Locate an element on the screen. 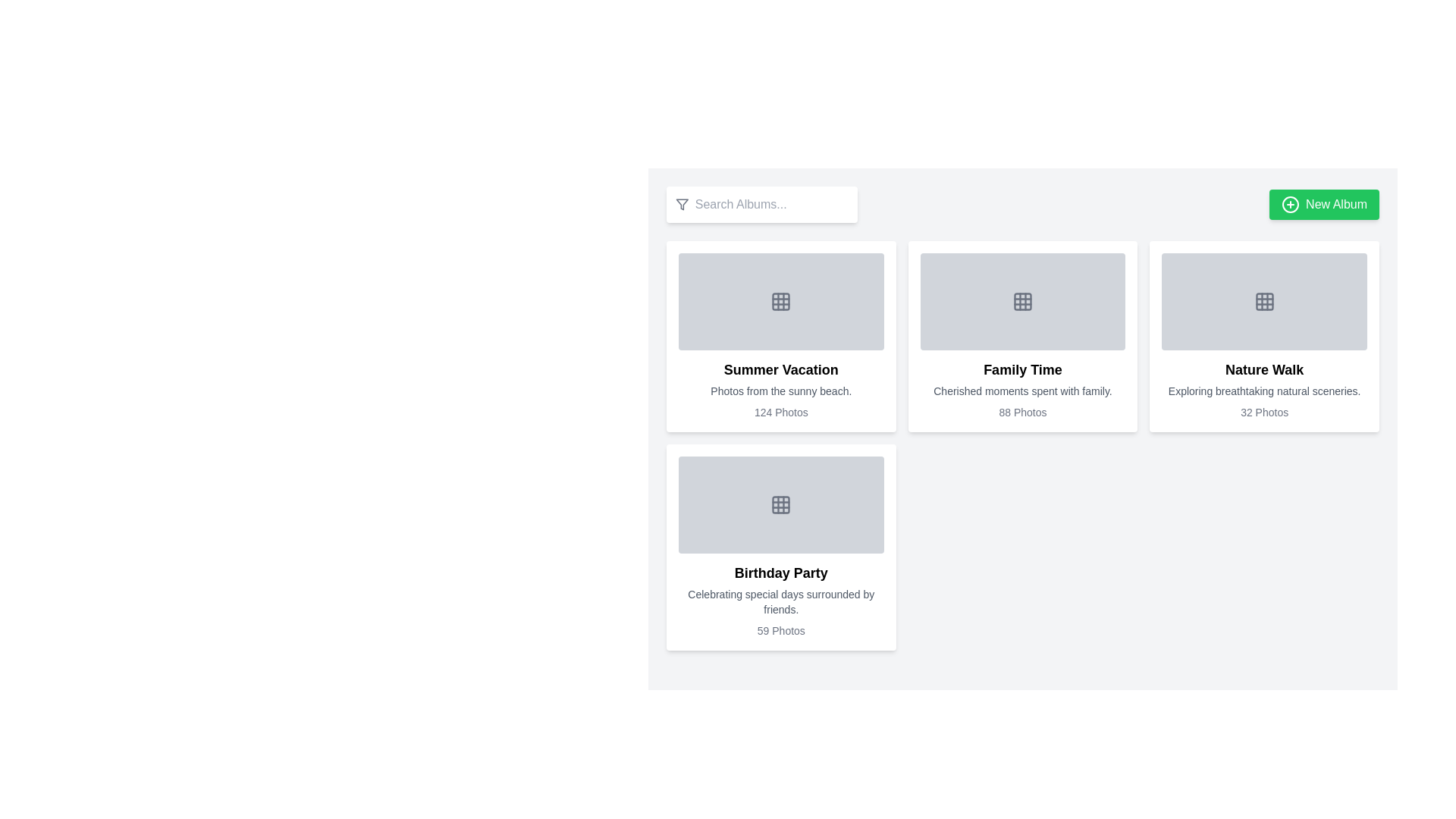 Image resolution: width=1456 pixels, height=819 pixels. the small, uniform SVG rectangle with rounded corners located in the central part of the 'grid-like' icon on the 'Summer Vacation' album thumbnail is located at coordinates (781, 301).